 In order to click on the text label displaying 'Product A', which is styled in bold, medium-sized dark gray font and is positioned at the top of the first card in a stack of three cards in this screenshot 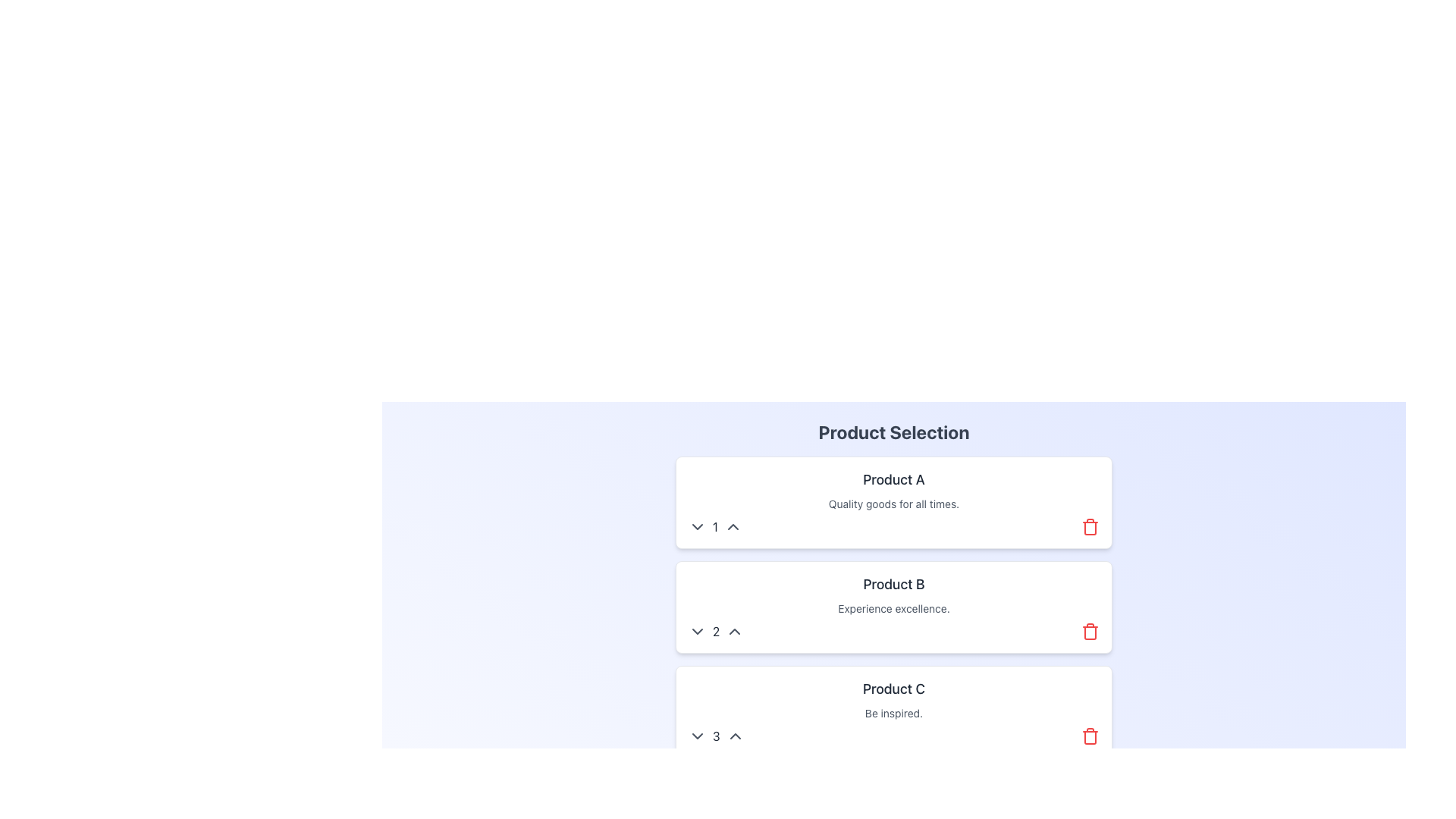, I will do `click(894, 479)`.